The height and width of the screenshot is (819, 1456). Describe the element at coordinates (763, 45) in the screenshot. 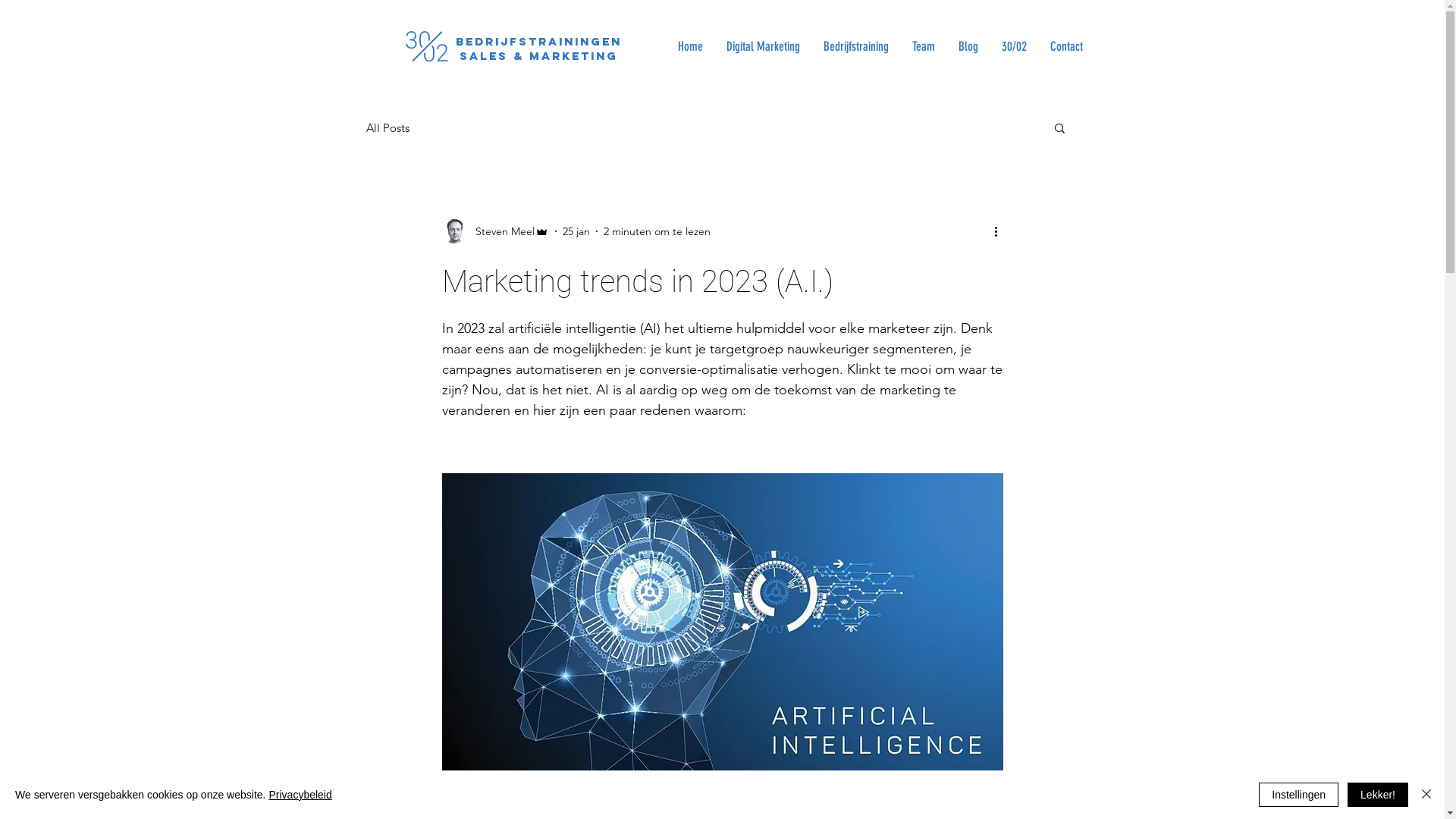

I see `'Digital Marketing'` at that location.